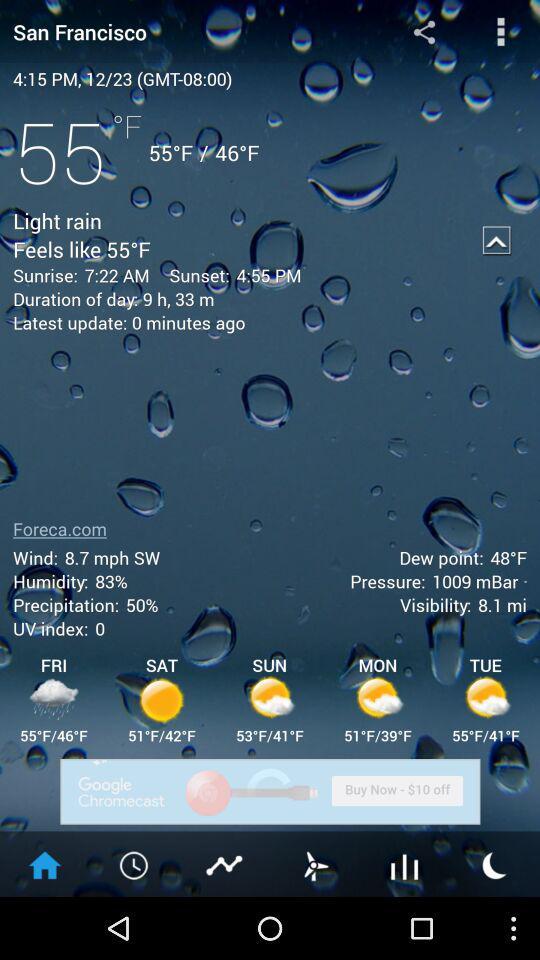 The width and height of the screenshot is (540, 960). I want to click on moon phase calendar, so click(494, 863).